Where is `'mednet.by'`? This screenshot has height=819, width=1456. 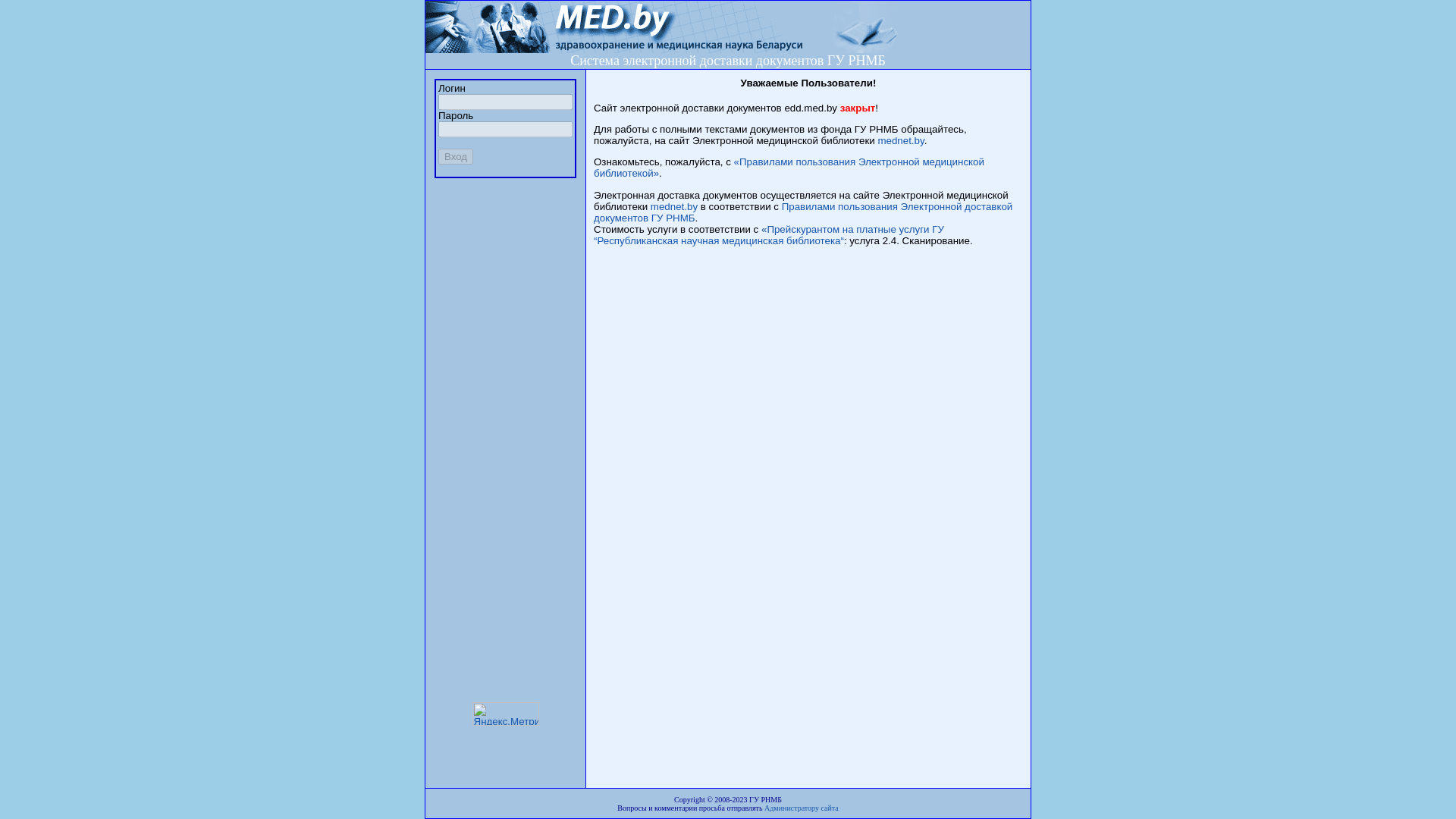
'mednet.by' is located at coordinates (900, 140).